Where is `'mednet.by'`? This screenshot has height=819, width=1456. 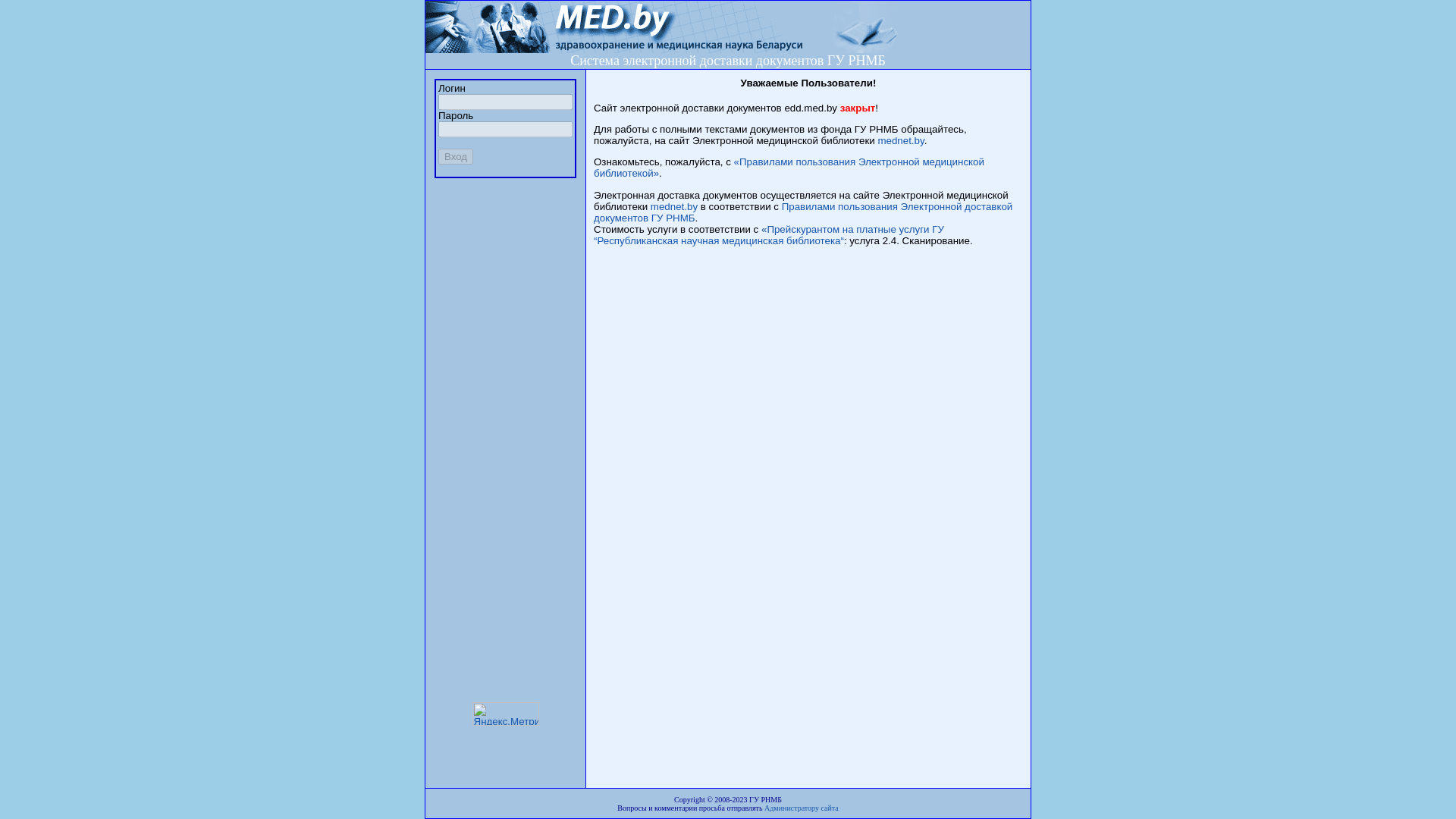
'mednet.by' is located at coordinates (900, 140).